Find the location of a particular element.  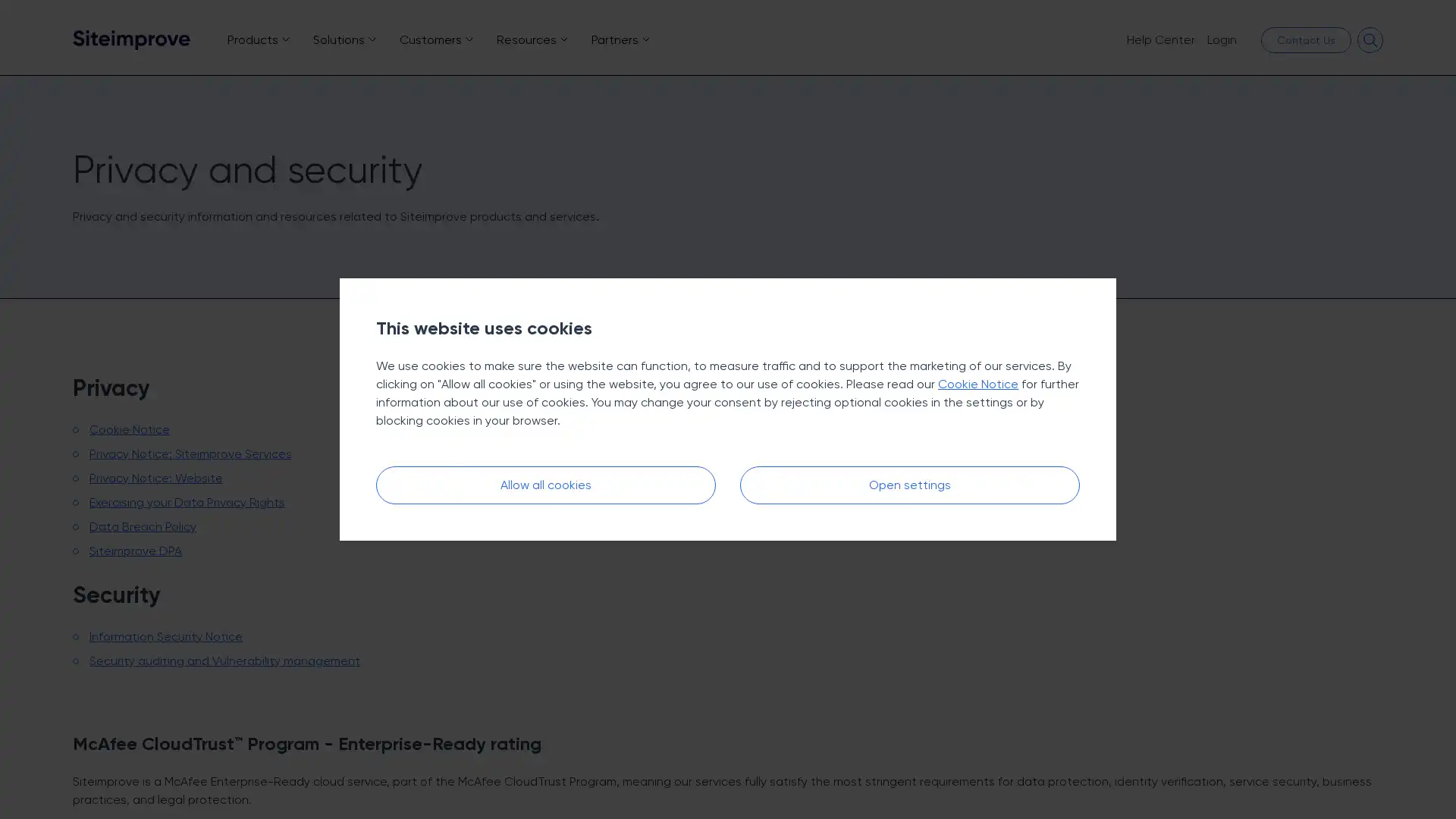

Customers is located at coordinates (435, 38).